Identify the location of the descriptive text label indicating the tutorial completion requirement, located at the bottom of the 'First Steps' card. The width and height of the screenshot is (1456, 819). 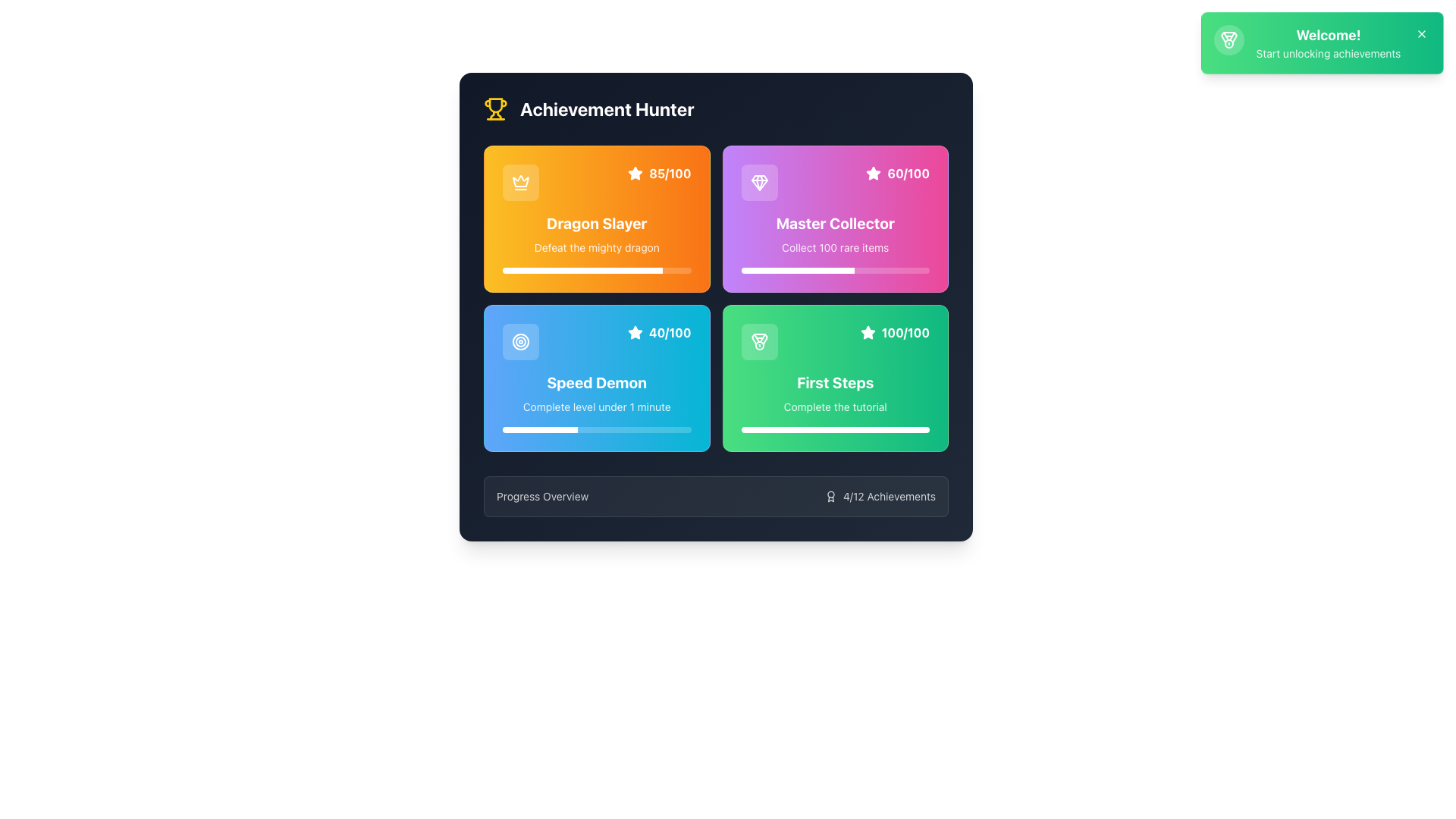
(834, 406).